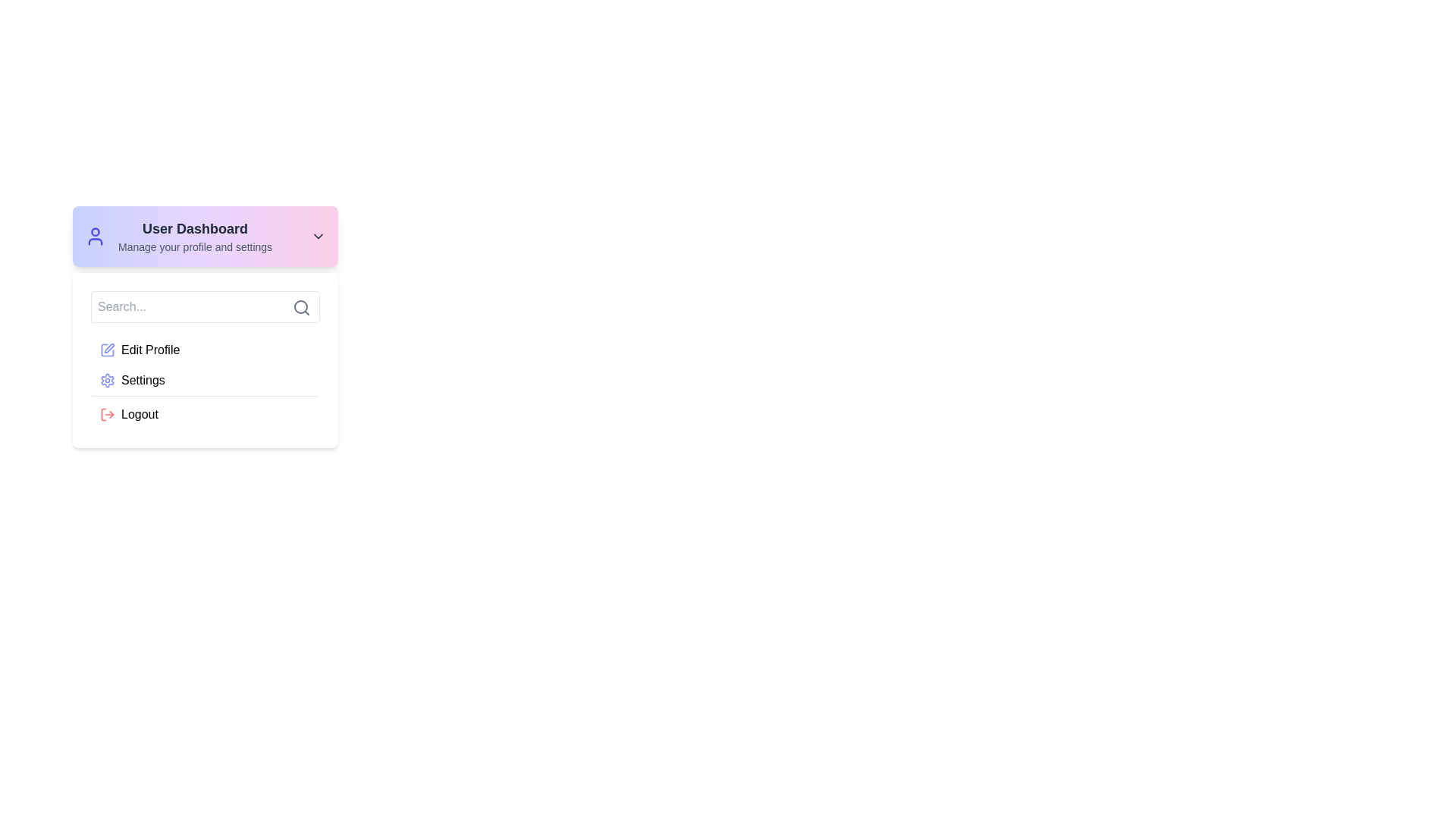  Describe the element at coordinates (94, 237) in the screenshot. I see `the user profile icon located adjacent to the 'User Dashboard' and 'Manage your profile and settings' text in the gradient-colored header` at that location.